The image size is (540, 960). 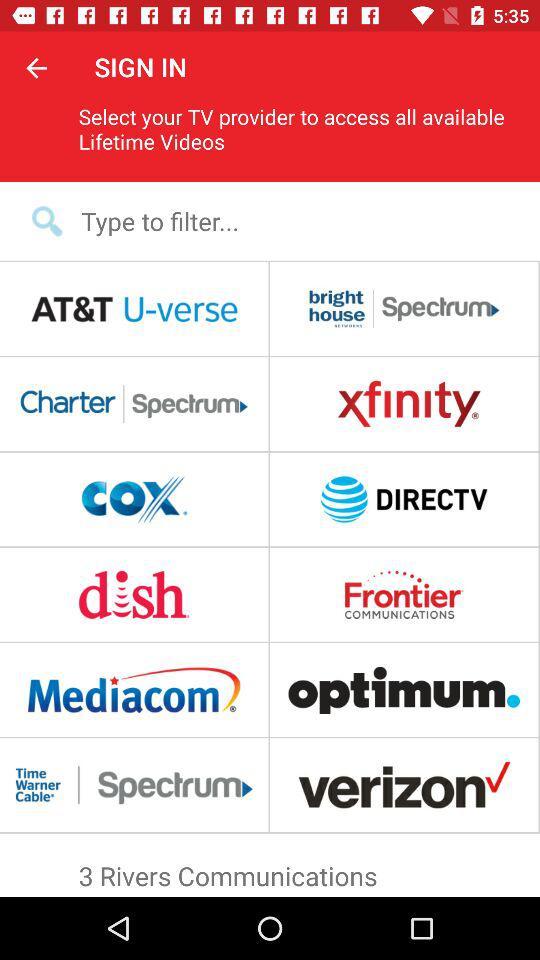 What do you see at coordinates (270, 840) in the screenshot?
I see `the item above 3 rivers communications` at bounding box center [270, 840].